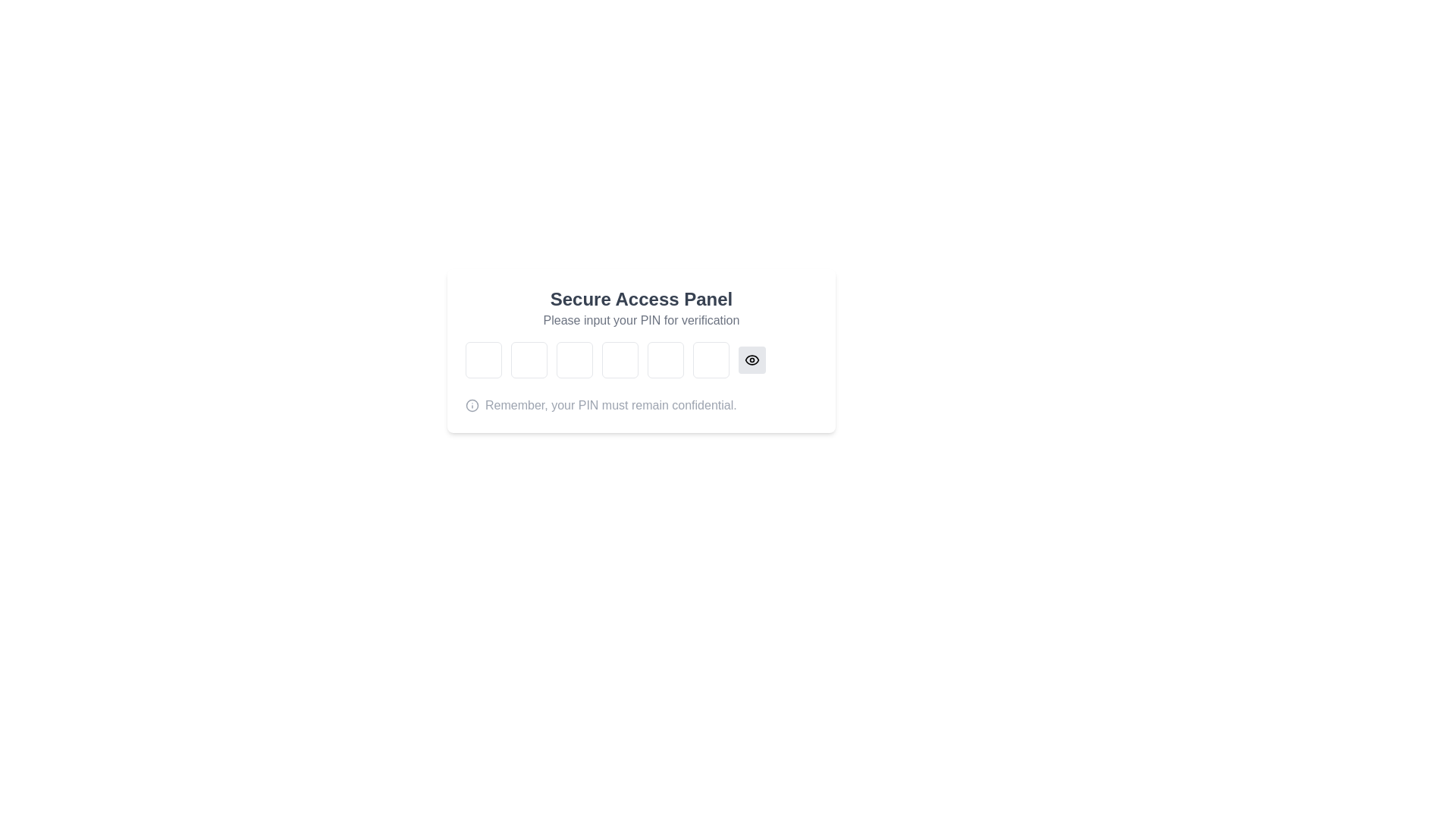  I want to click on the interactive button located to the far-right of the series of six input boxes, so click(752, 359).